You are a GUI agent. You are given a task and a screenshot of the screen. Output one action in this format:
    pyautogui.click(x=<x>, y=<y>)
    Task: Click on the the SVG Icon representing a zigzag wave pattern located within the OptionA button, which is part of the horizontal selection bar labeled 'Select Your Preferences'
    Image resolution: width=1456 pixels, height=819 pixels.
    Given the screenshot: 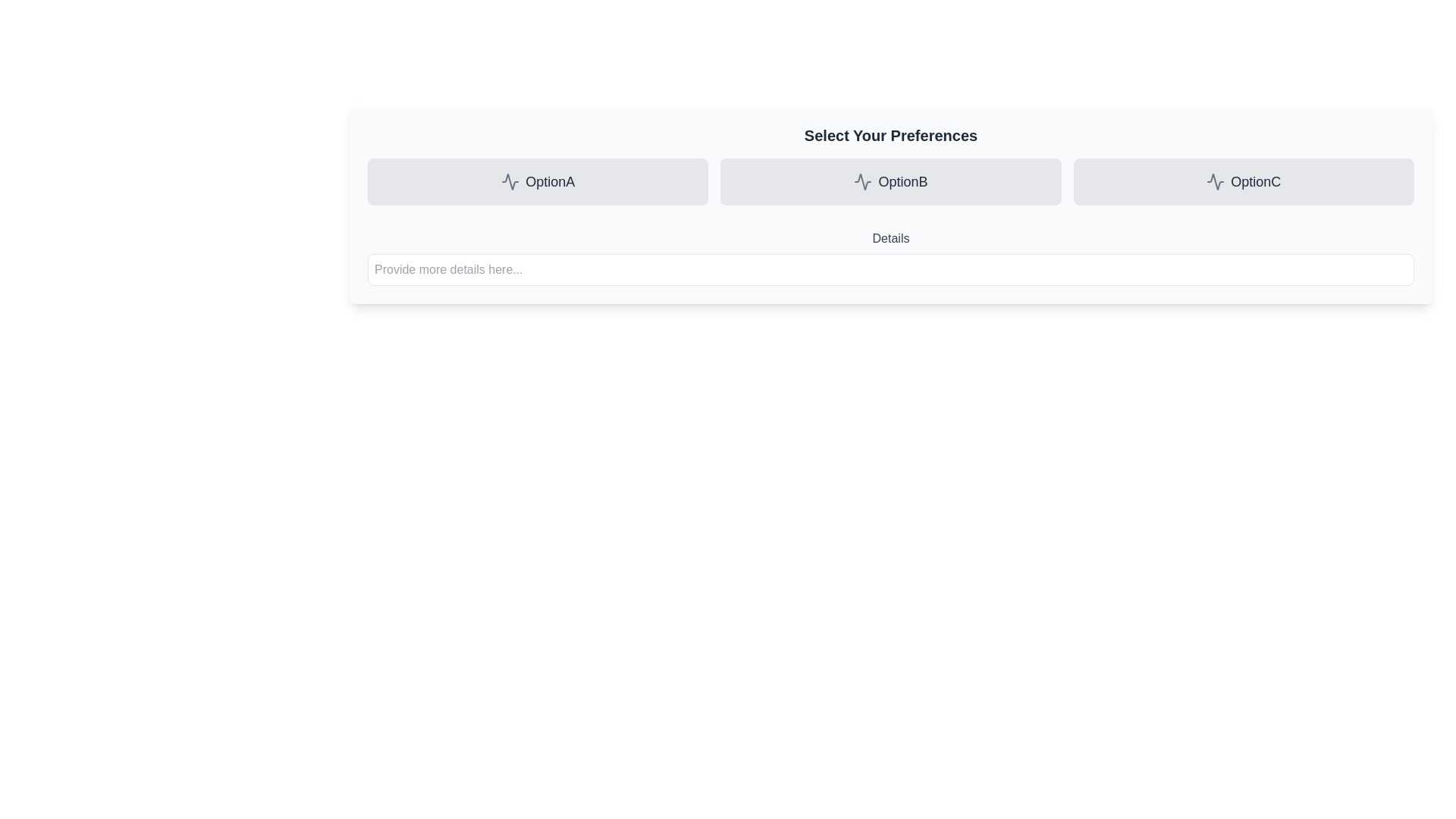 What is the action you would take?
    pyautogui.click(x=510, y=180)
    